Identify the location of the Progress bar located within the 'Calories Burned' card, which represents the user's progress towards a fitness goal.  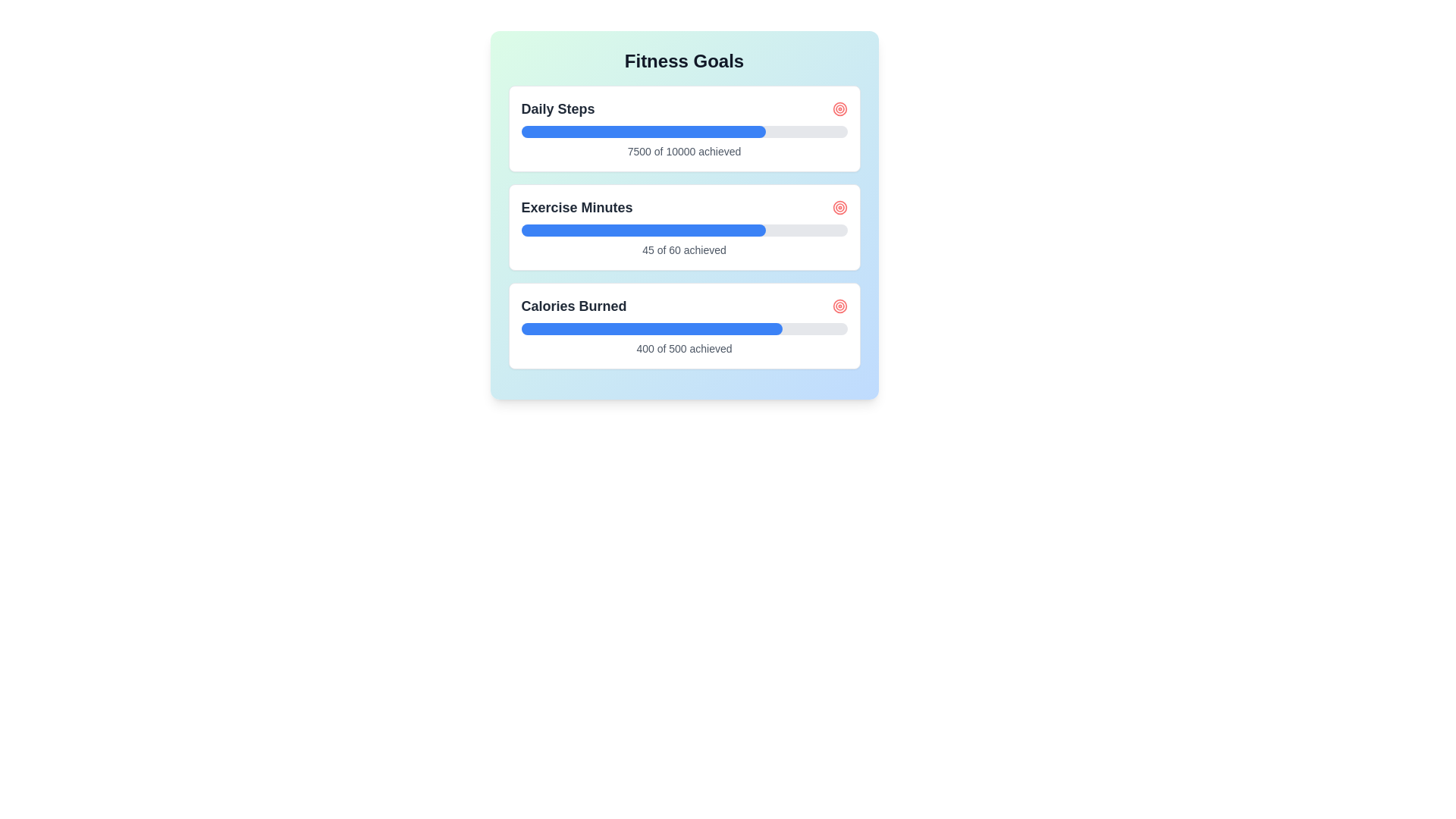
(683, 328).